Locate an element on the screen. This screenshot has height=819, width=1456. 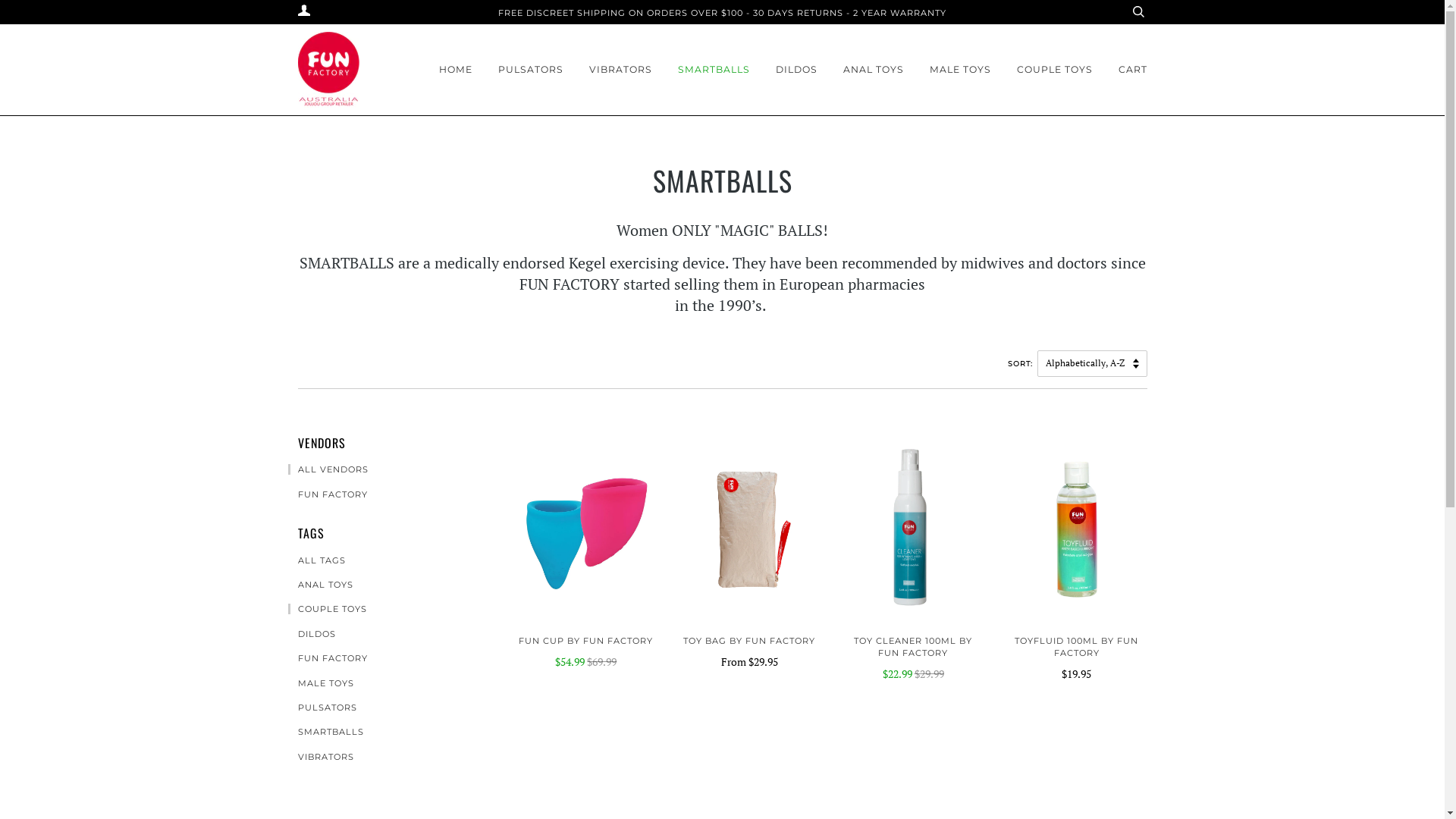
'COUPLE TOYS' is located at coordinates (1053, 70).